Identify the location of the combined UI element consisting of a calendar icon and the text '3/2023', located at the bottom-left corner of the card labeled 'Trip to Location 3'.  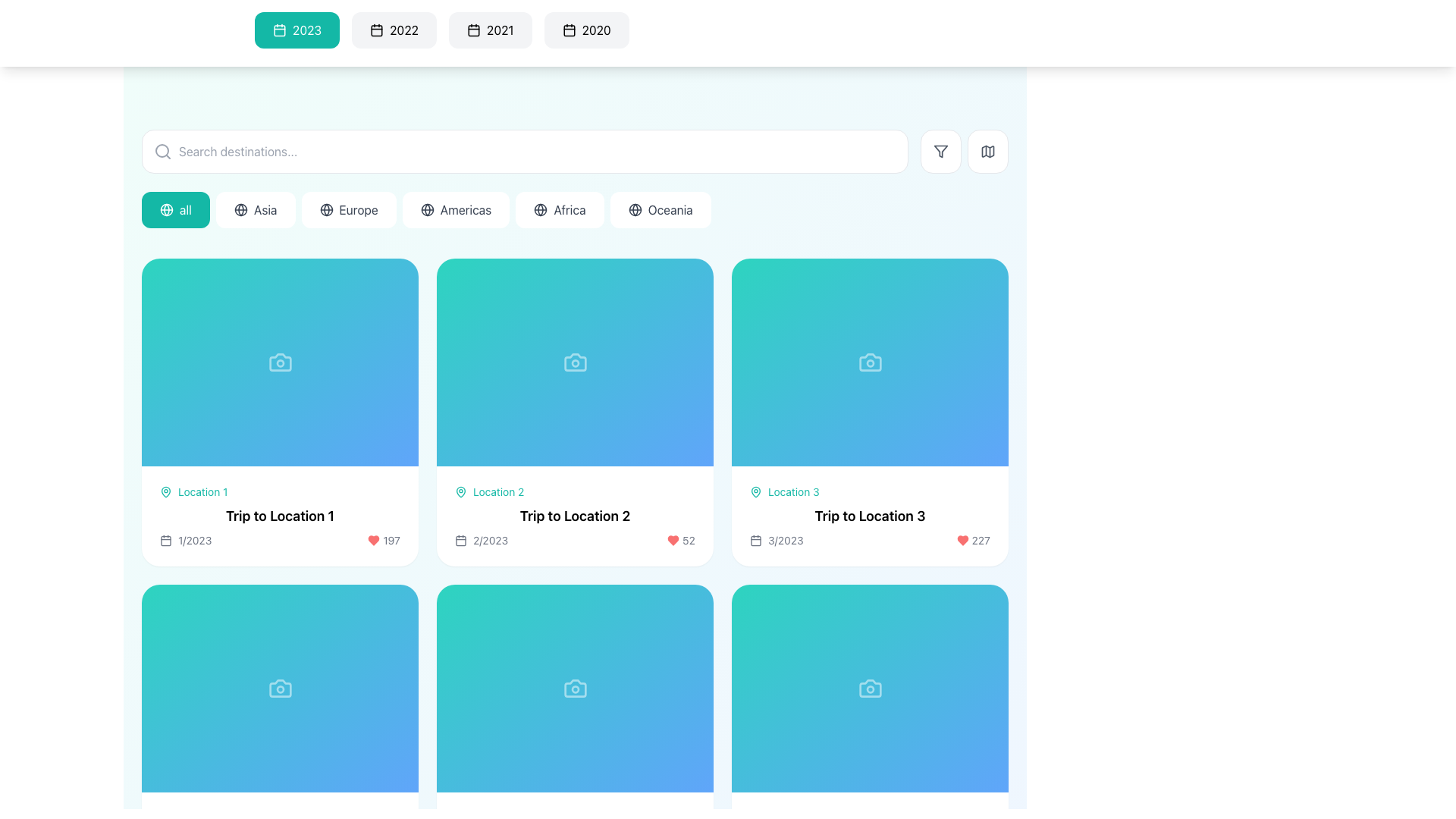
(777, 539).